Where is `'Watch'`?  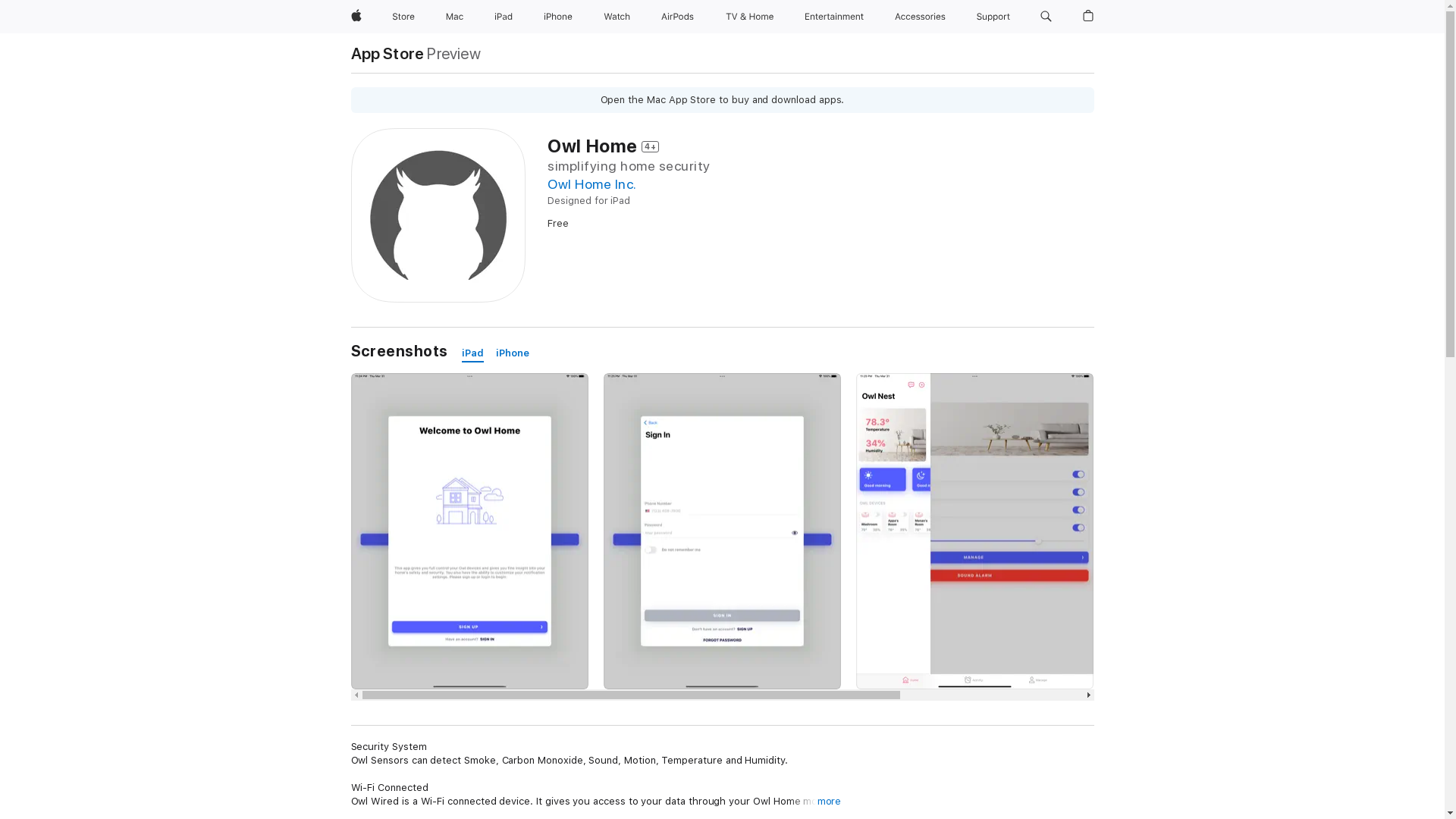 'Watch' is located at coordinates (617, 17).